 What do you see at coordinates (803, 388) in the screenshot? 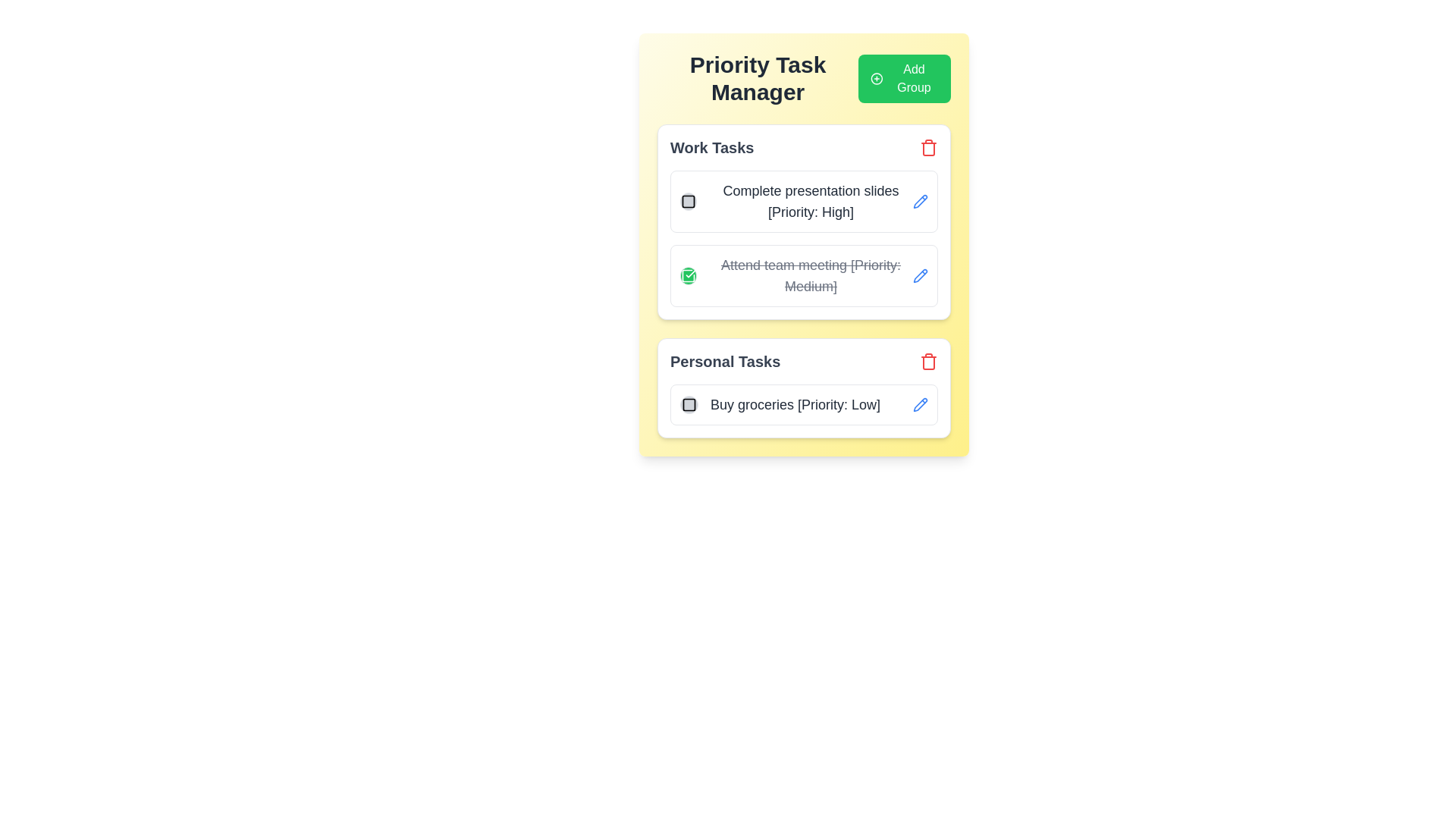
I see `the checkbox within the 'Personal Tasks' card to mark a task as completed` at bounding box center [803, 388].